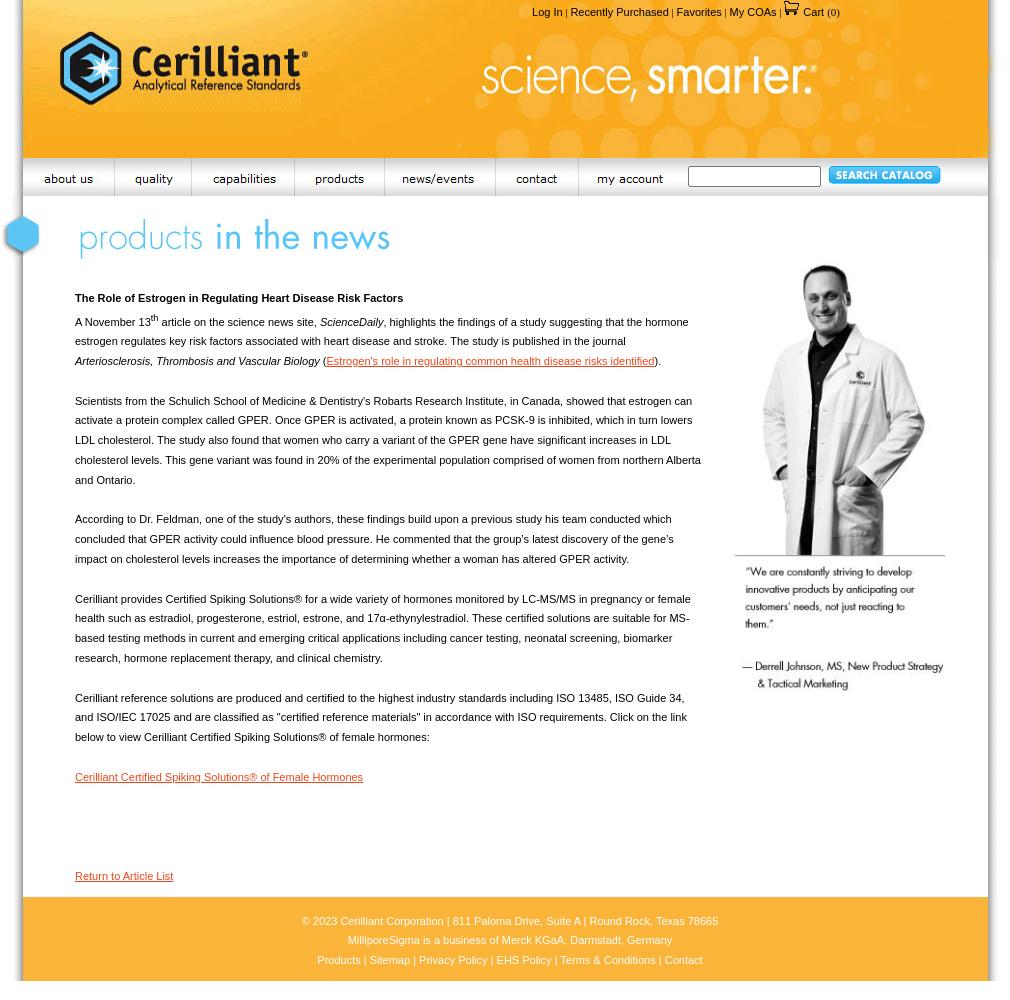 The width and height of the screenshot is (1010, 1000). I want to click on 'Favorites', so click(674, 12).